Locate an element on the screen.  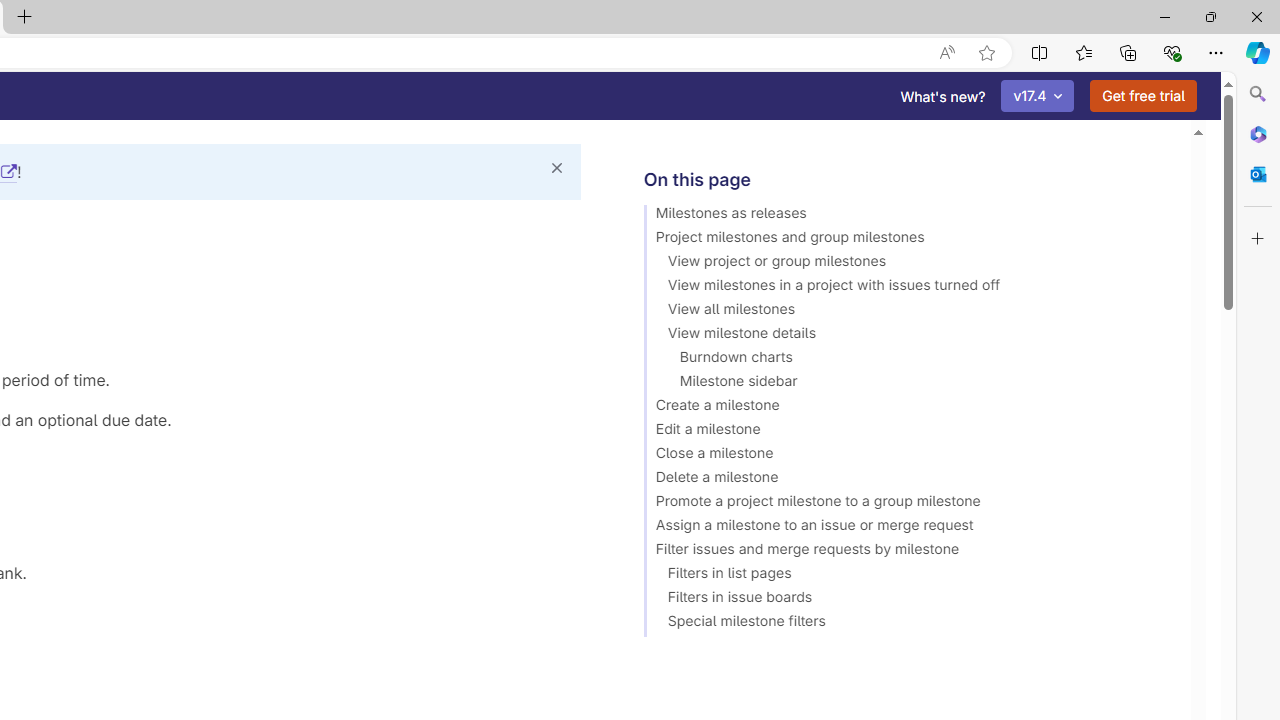
'Create a milestone' is located at coordinates (907, 407).